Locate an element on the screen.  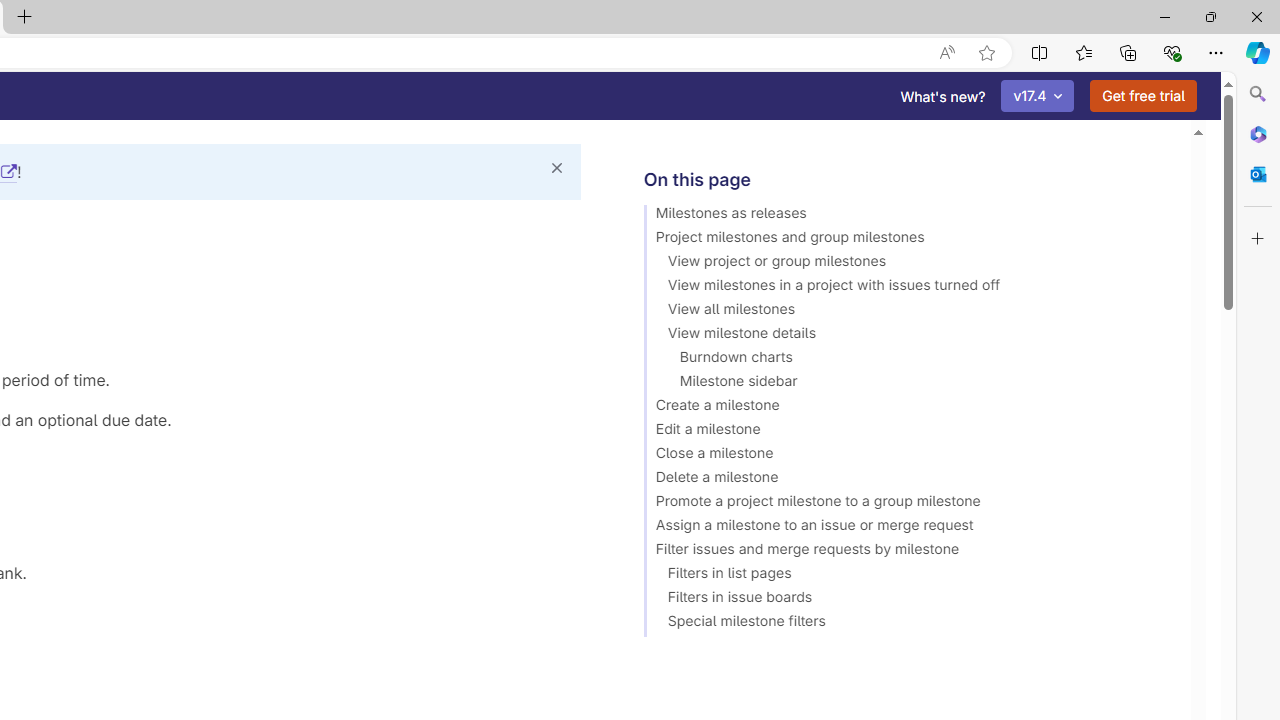
'Create a milestone' is located at coordinates (907, 407).